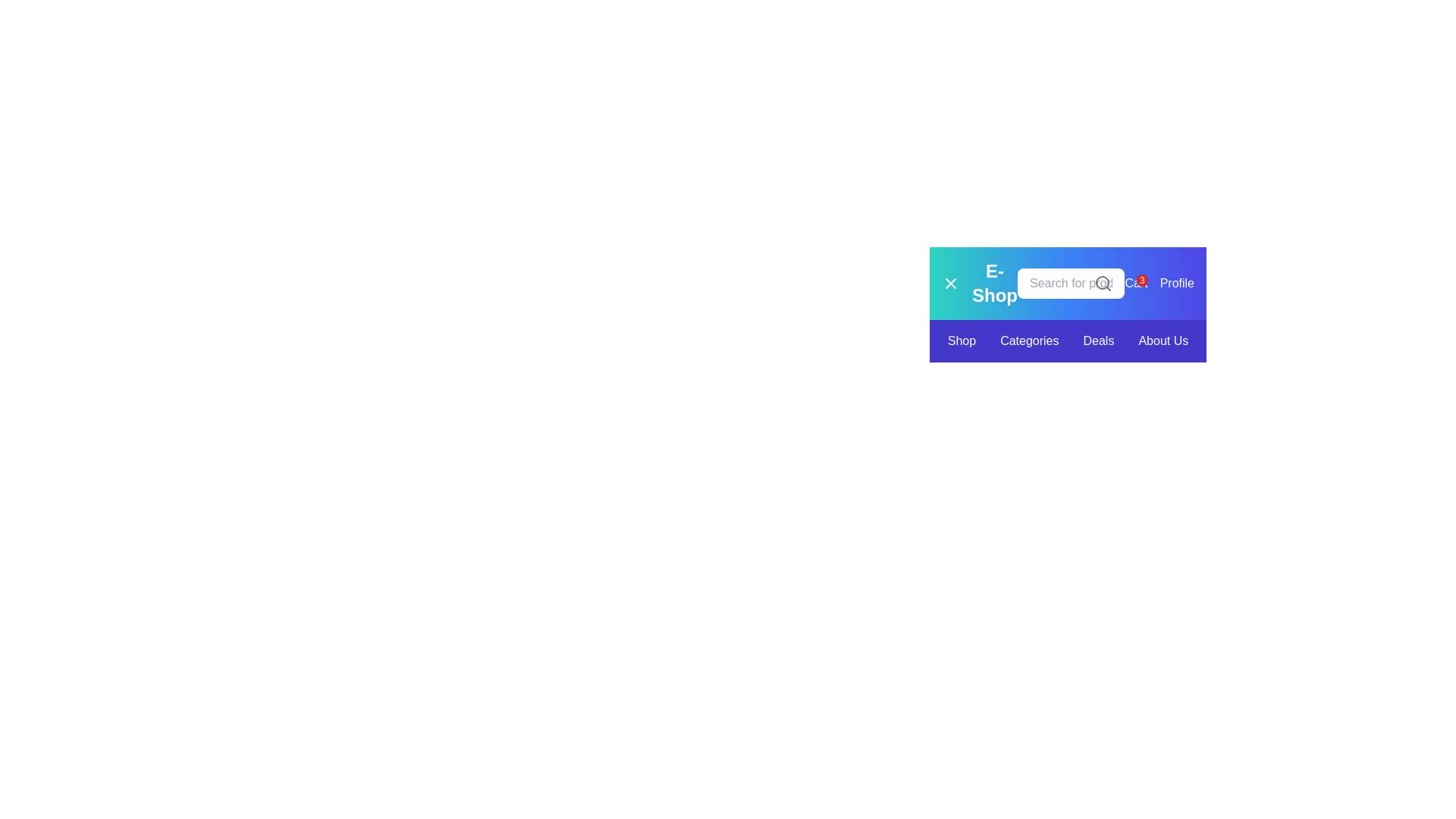 Image resolution: width=1456 pixels, height=819 pixels. Describe the element at coordinates (979, 284) in the screenshot. I see `the 'E-Shop' text label or button, which is prominently displayed in bold on a gradient background in the upper left corner of the navigation bar` at that location.